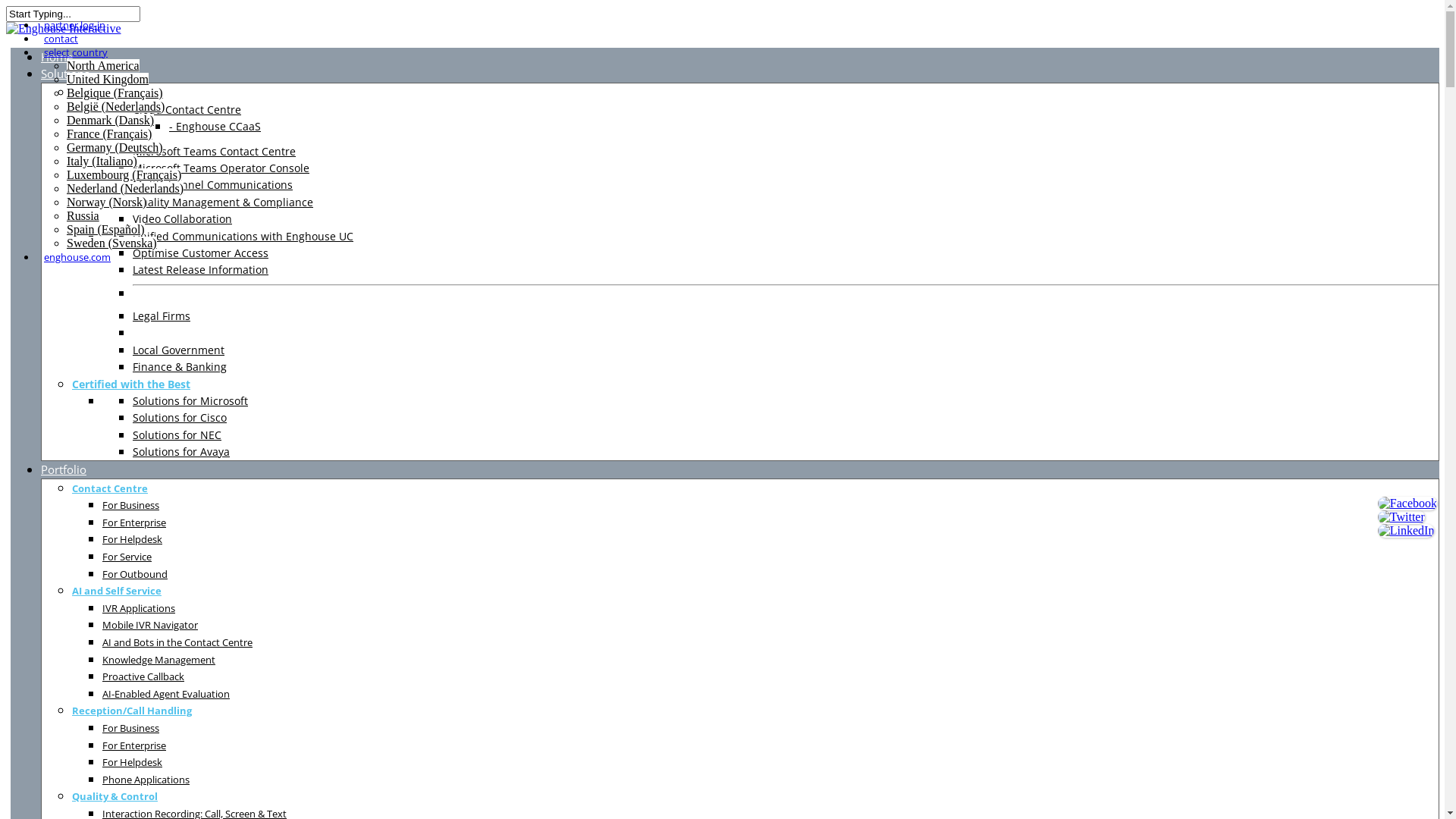 This screenshot has width=1456, height=819. Describe the element at coordinates (182, 218) in the screenshot. I see `'Video Collaboration'` at that location.